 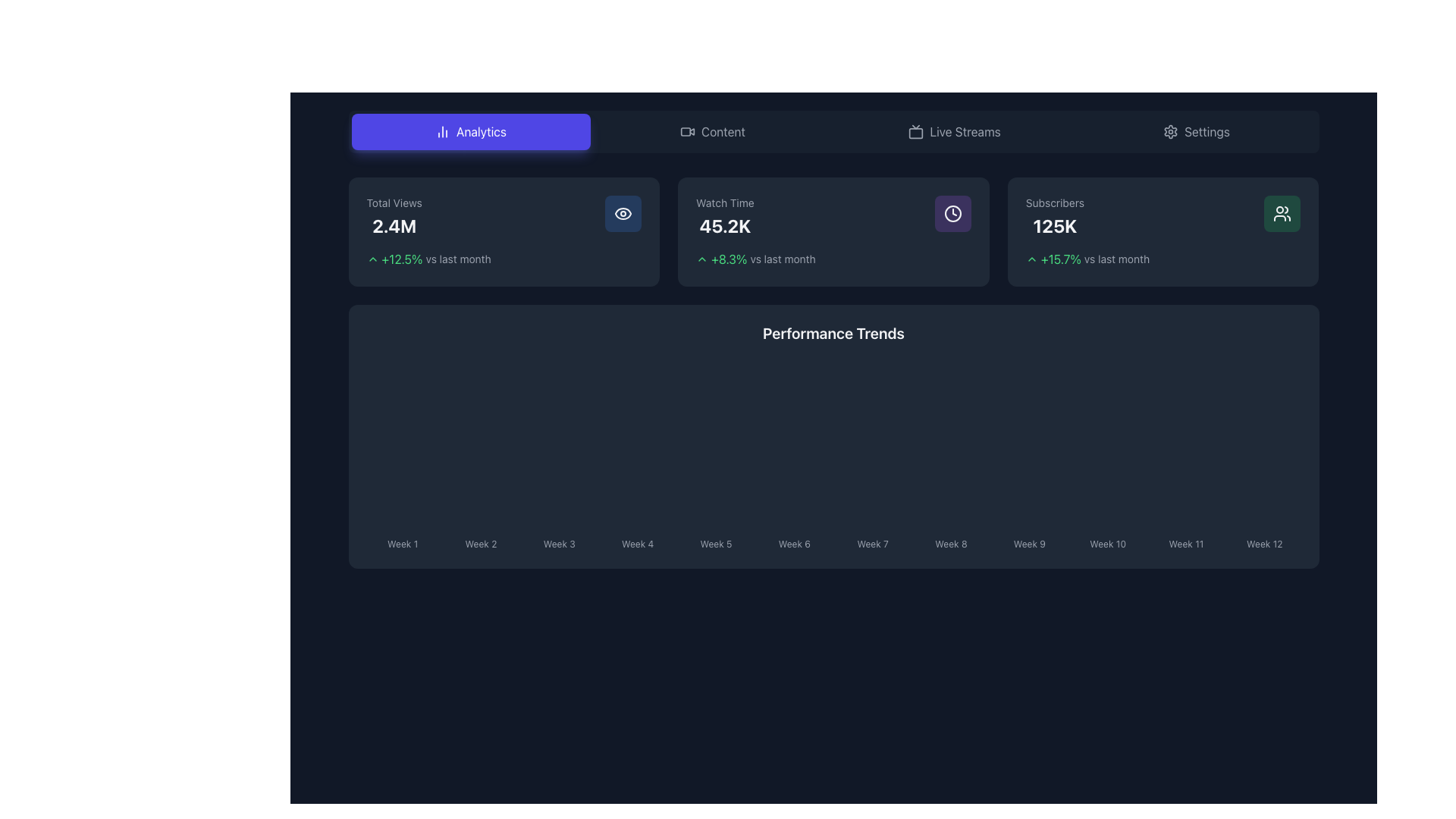 What do you see at coordinates (833, 332) in the screenshot?
I see `the 'Performance Trends' text label, which is a bold header located in the upper middle section of a large card or panel, above performance metrics` at bounding box center [833, 332].